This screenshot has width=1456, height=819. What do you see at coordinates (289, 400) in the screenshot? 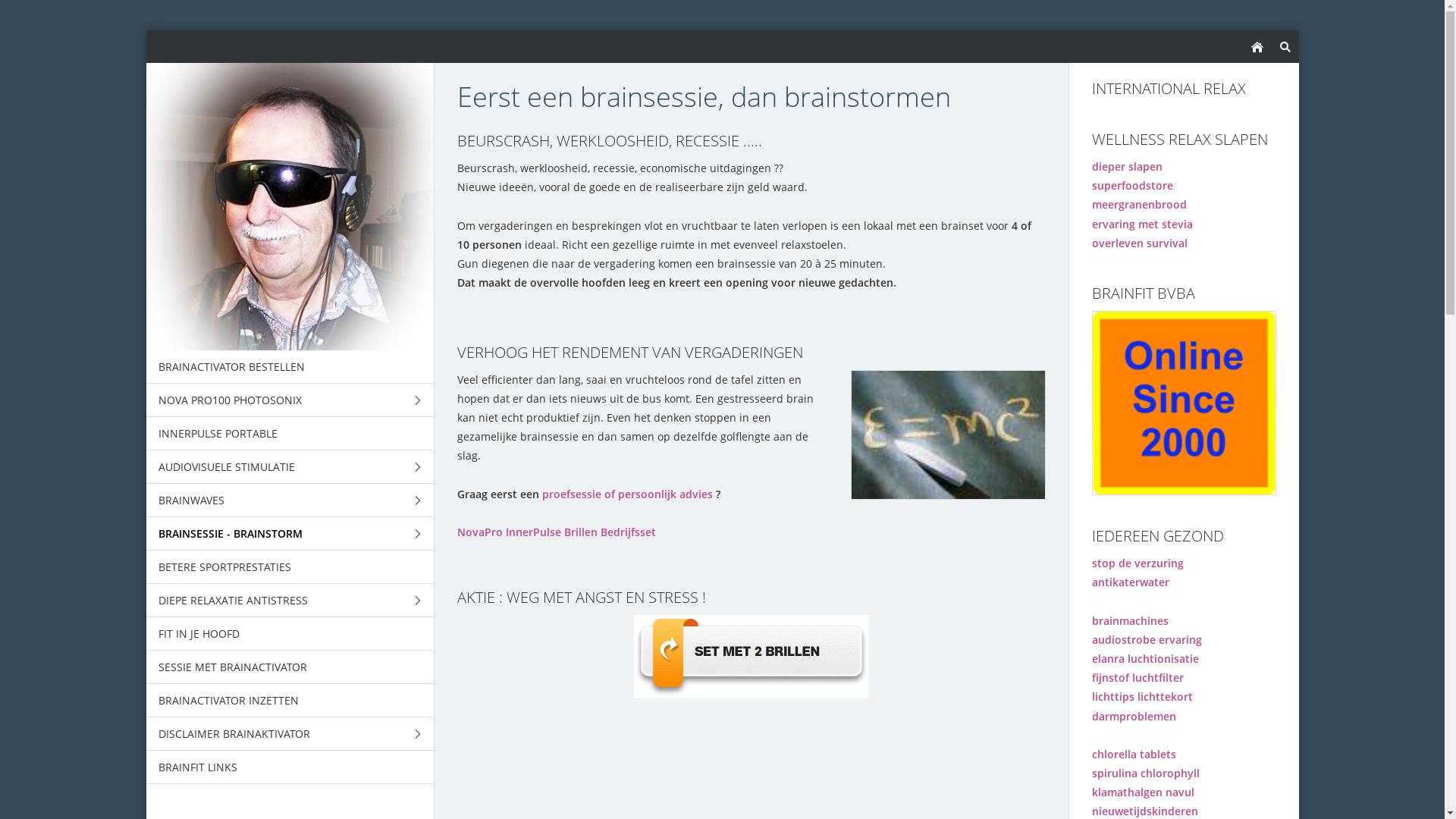
I see `'NOVA PRO100 PHOTOSONIX'` at bounding box center [289, 400].